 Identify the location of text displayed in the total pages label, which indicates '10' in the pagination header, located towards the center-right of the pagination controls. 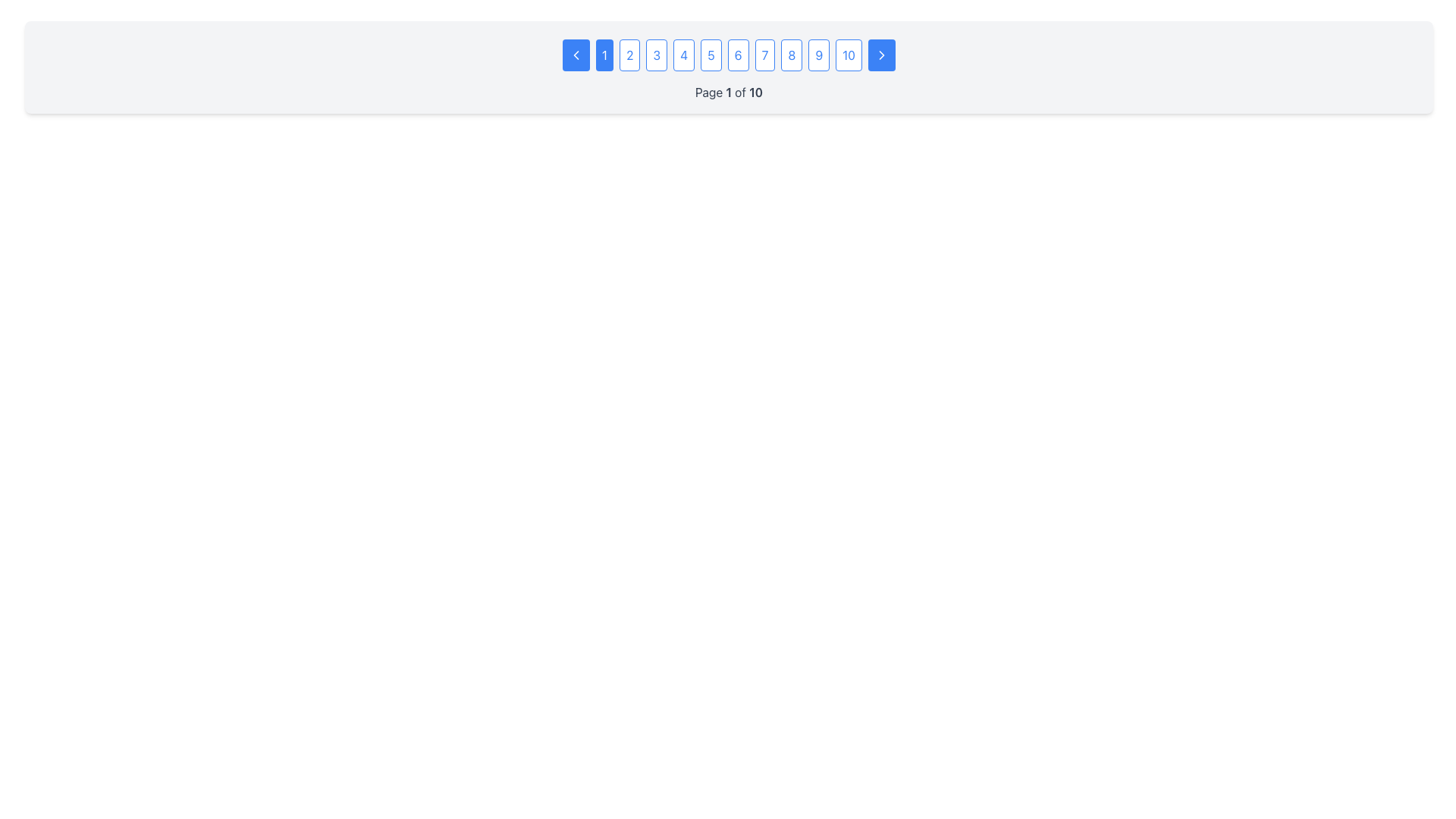
(756, 93).